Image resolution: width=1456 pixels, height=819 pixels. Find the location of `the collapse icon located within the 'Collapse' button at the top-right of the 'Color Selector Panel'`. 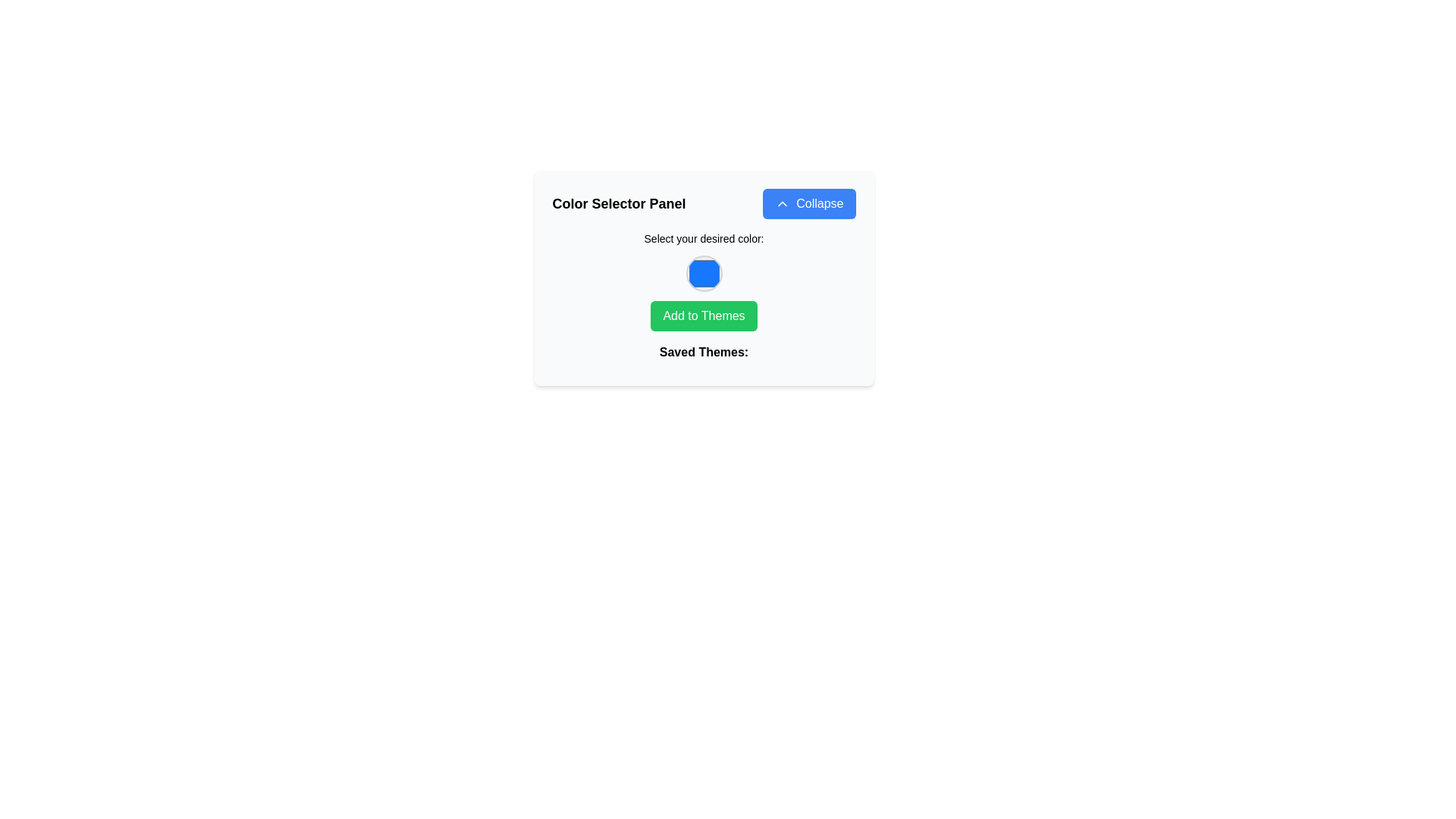

the collapse icon located within the 'Collapse' button at the top-right of the 'Color Selector Panel' is located at coordinates (783, 203).